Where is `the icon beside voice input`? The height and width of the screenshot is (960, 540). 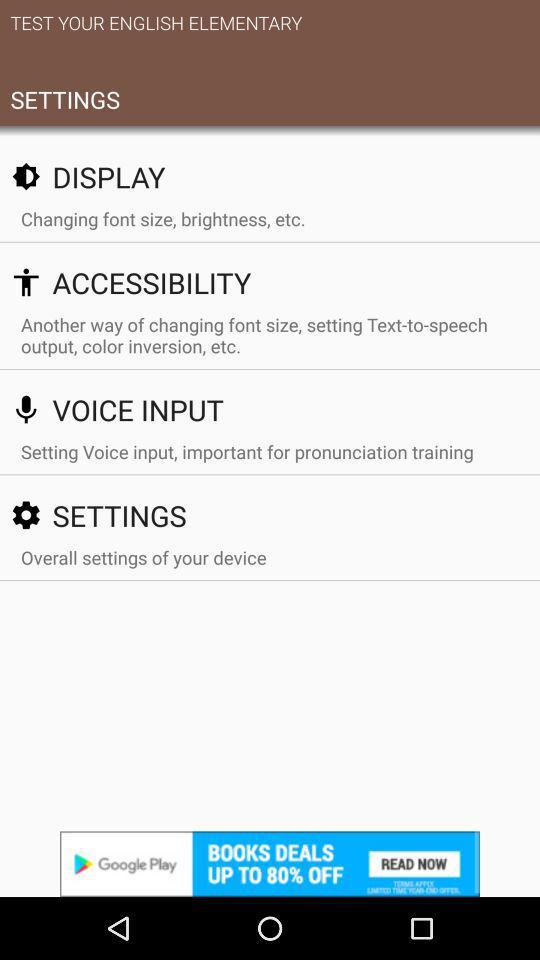
the icon beside voice input is located at coordinates (25, 408).